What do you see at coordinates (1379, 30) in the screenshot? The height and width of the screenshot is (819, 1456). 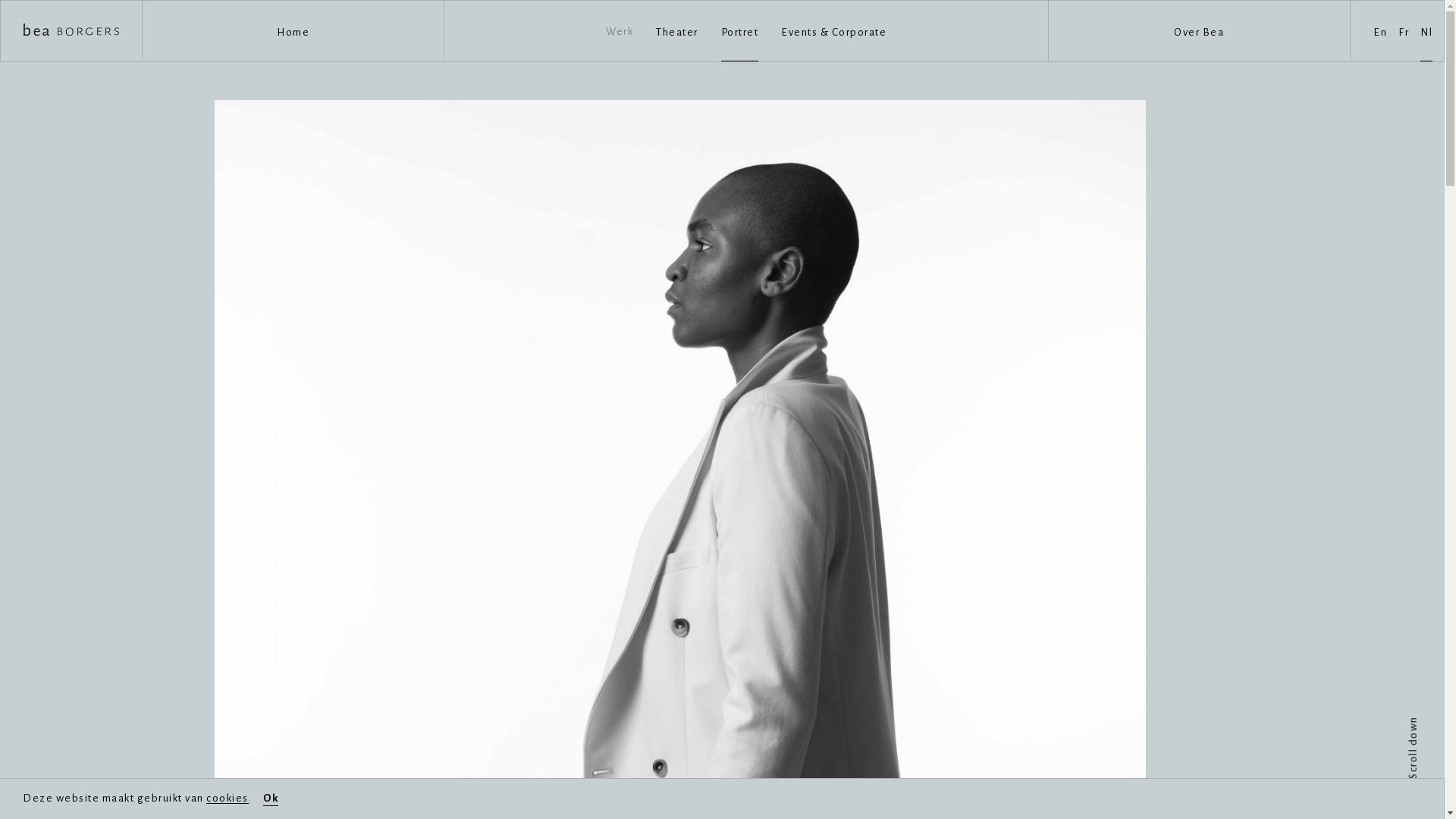 I see `'En'` at bounding box center [1379, 30].